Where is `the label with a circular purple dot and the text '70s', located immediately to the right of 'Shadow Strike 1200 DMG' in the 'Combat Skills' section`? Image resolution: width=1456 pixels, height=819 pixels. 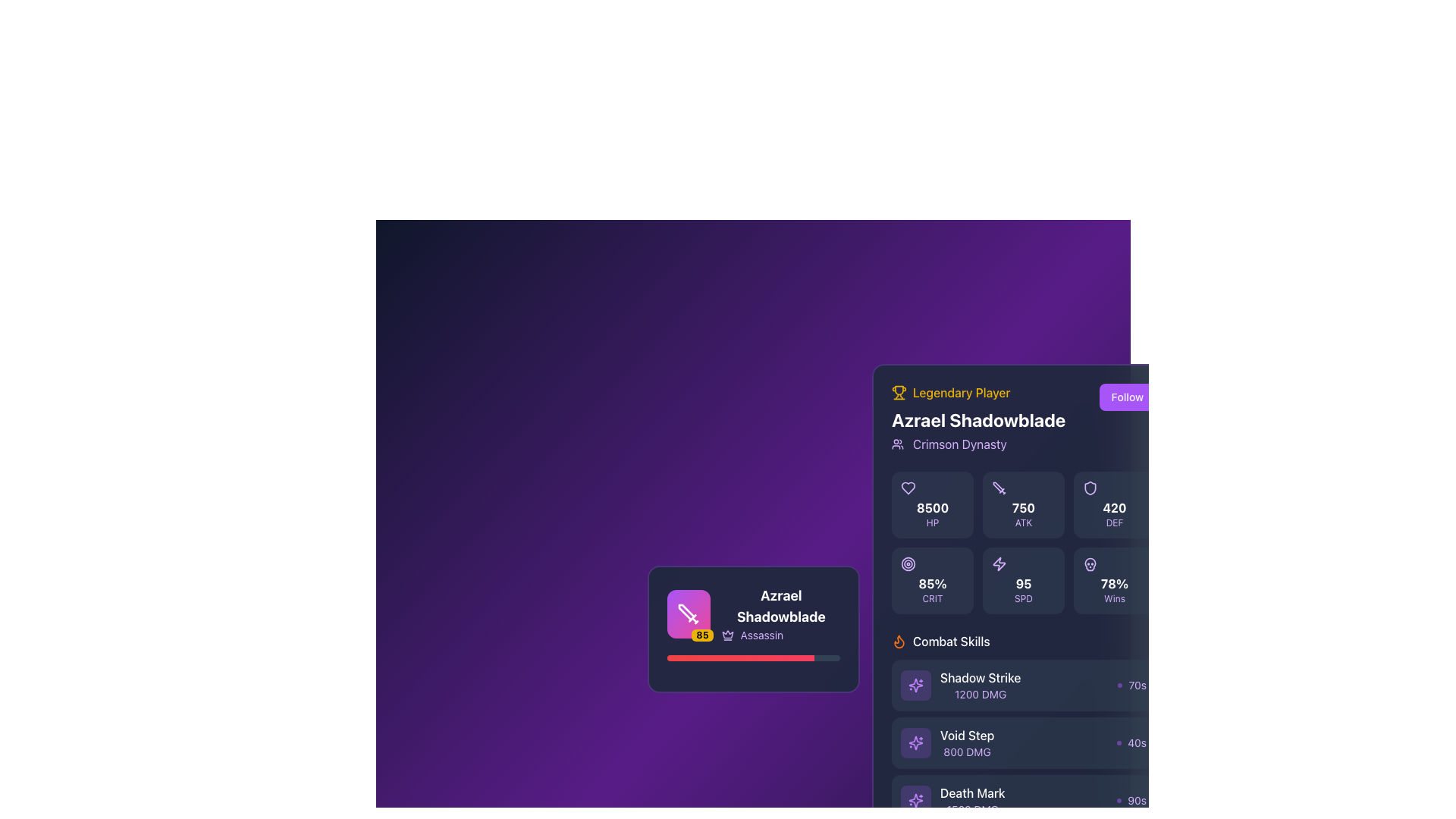
the label with a circular purple dot and the text '70s', located immediately to the right of 'Shadow Strike 1200 DMG' in the 'Combat Skills' section is located at coordinates (1131, 685).